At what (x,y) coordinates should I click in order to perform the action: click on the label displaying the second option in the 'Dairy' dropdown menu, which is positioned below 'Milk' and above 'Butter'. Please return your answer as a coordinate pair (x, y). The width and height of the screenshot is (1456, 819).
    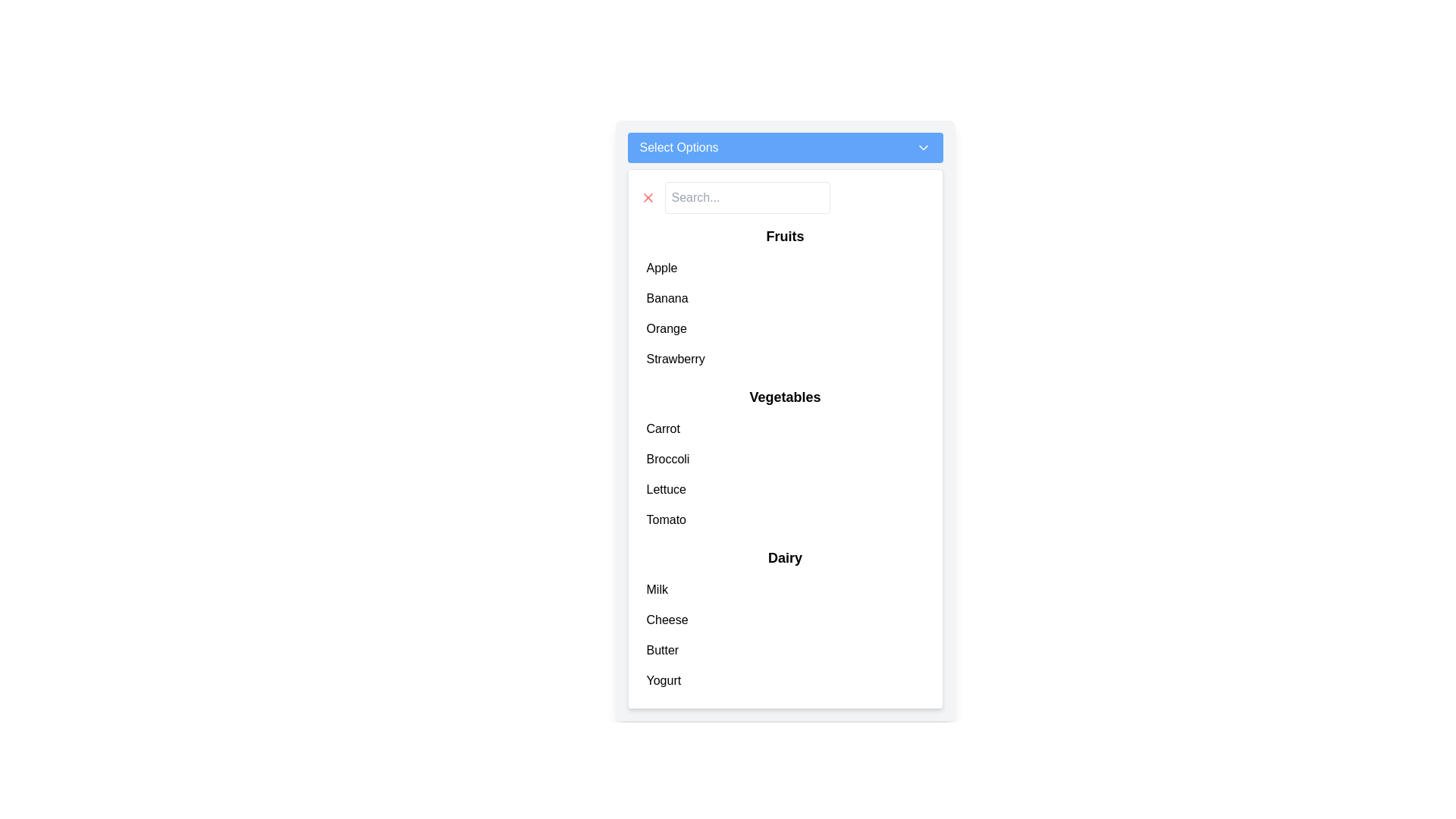
    Looking at the image, I should click on (667, 620).